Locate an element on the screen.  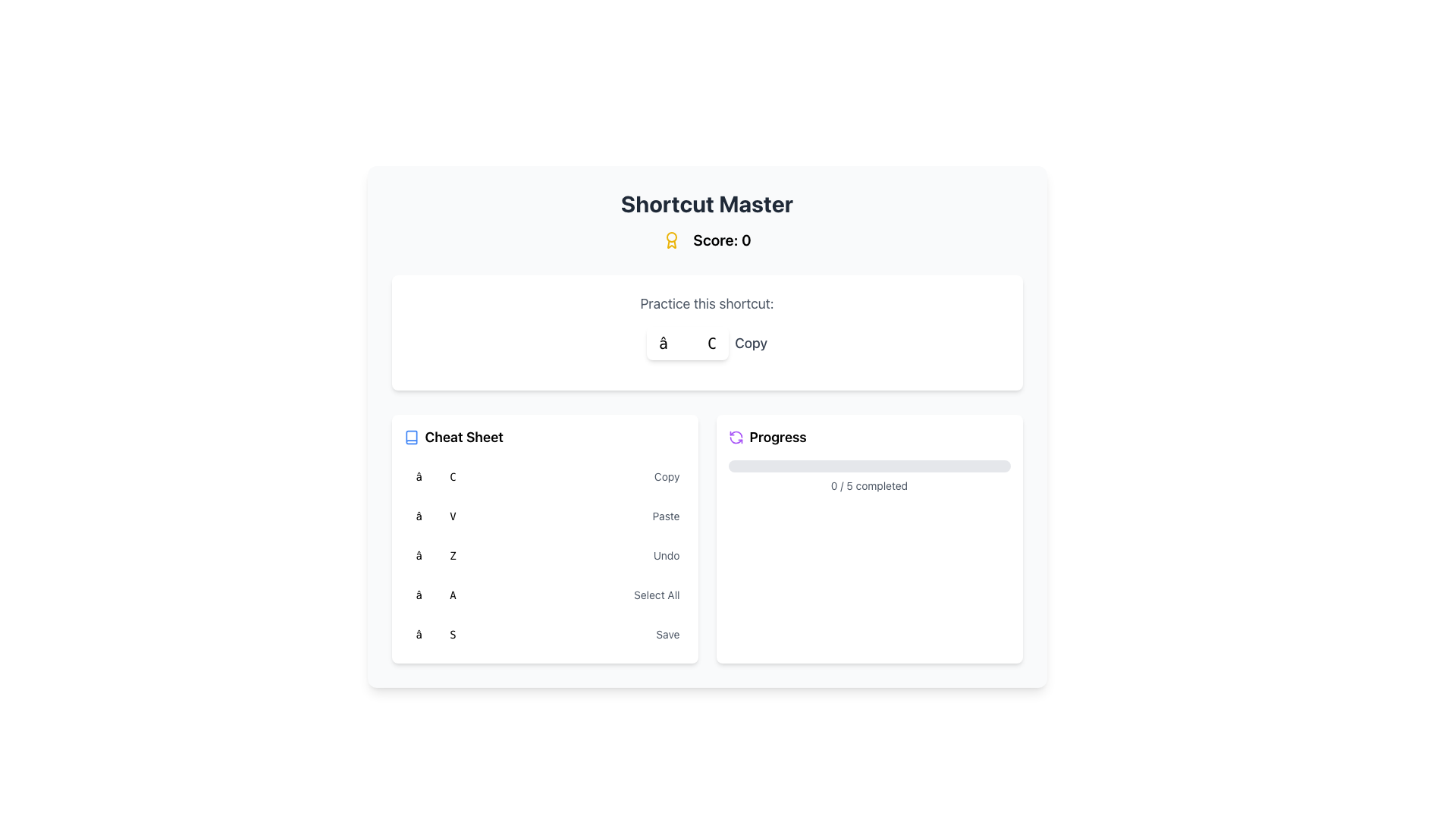
the static informational display showing the user's current score, located below the title 'Shortcut Master' is located at coordinates (706, 239).